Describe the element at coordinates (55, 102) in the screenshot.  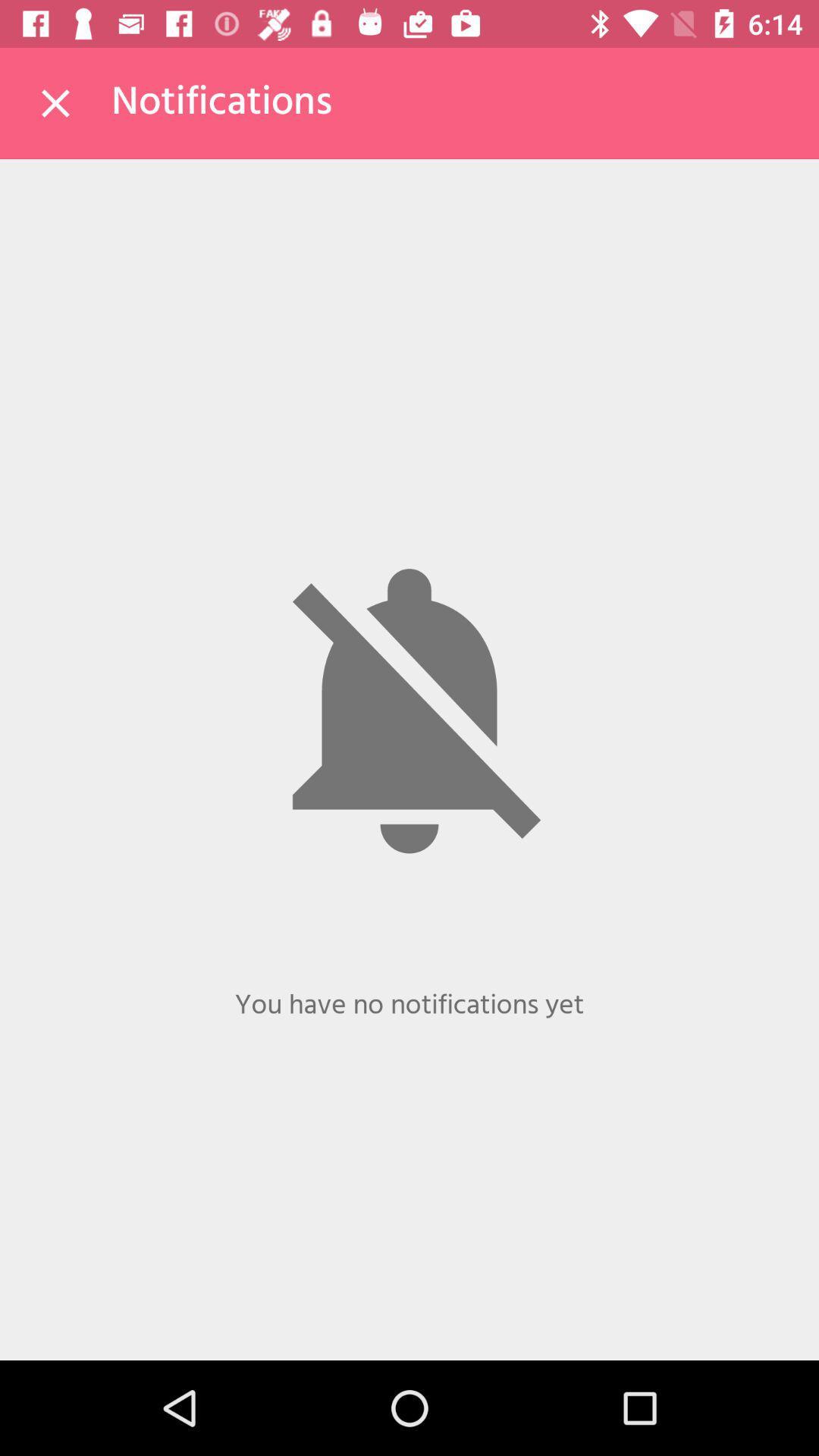
I see `the item next to notifications item` at that location.